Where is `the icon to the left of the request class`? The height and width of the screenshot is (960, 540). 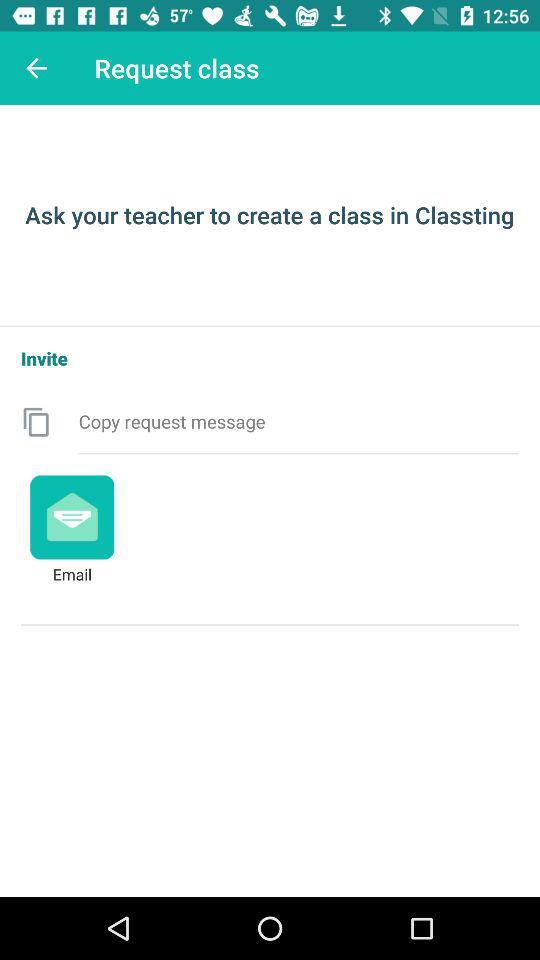
the icon to the left of the request class is located at coordinates (36, 68).